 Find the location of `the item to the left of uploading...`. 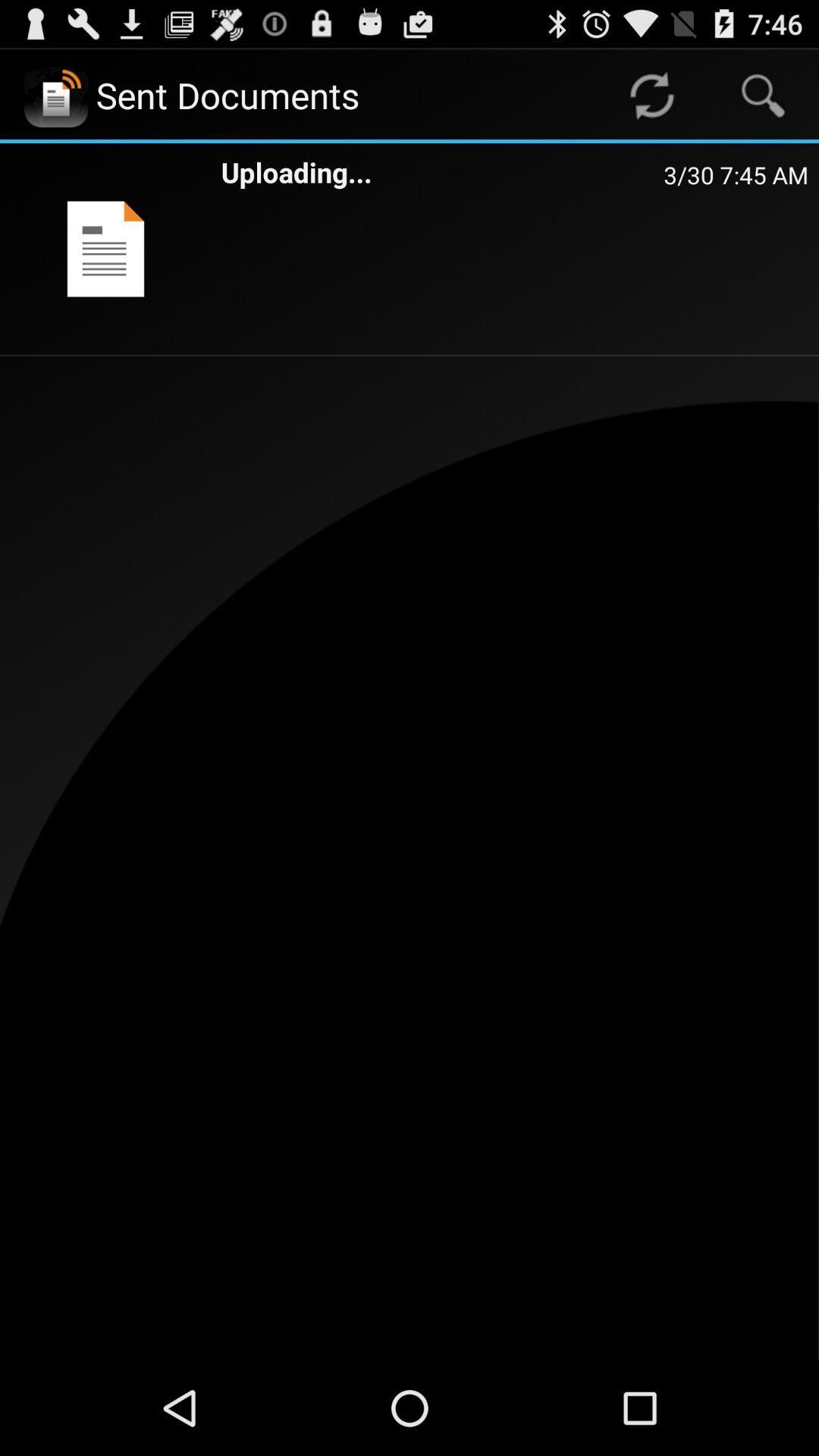

the item to the left of uploading... is located at coordinates (105, 249).